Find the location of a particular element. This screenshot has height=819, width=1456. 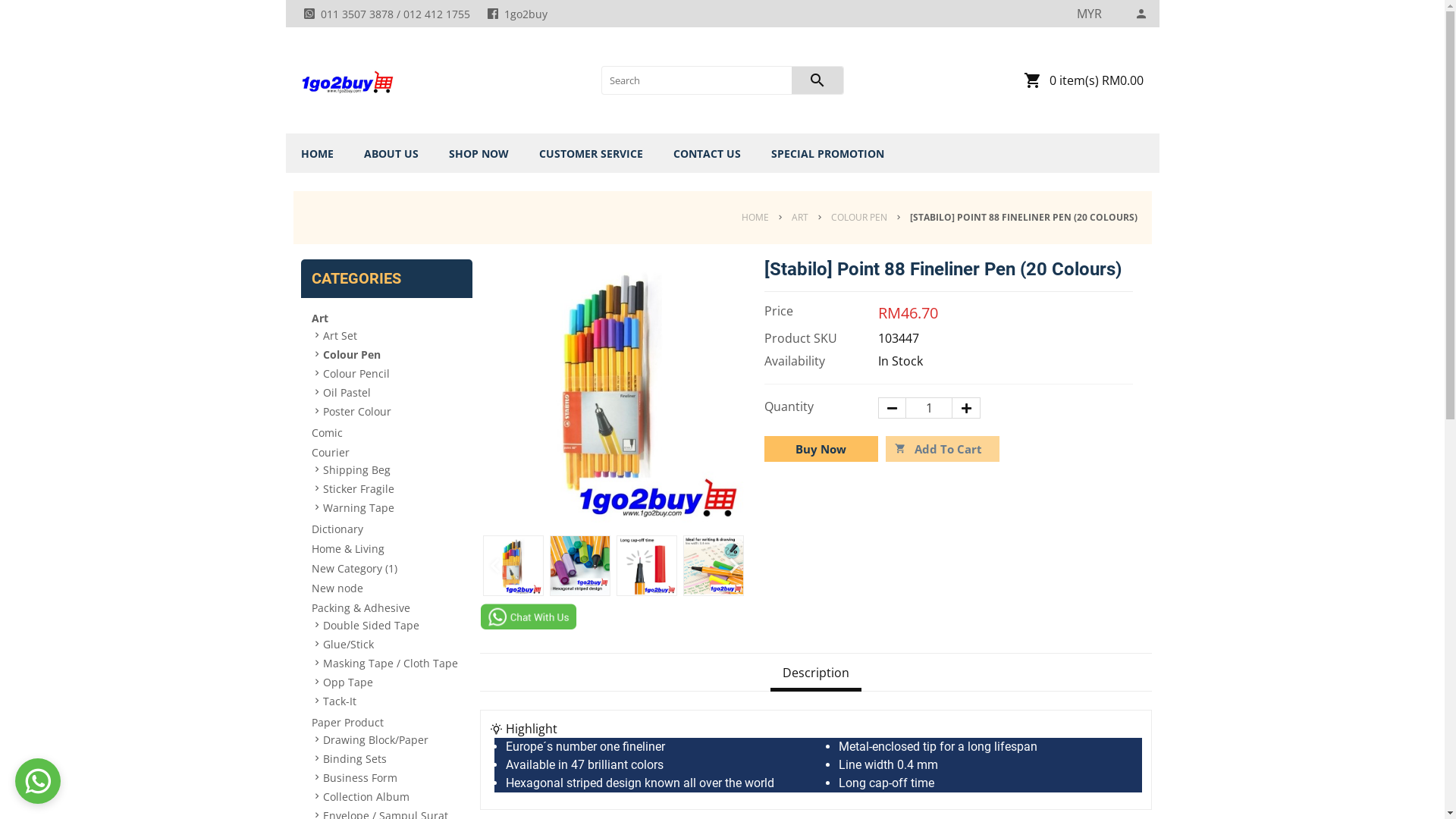

'CUSTOMER SERVICE' is located at coordinates (531, 153).